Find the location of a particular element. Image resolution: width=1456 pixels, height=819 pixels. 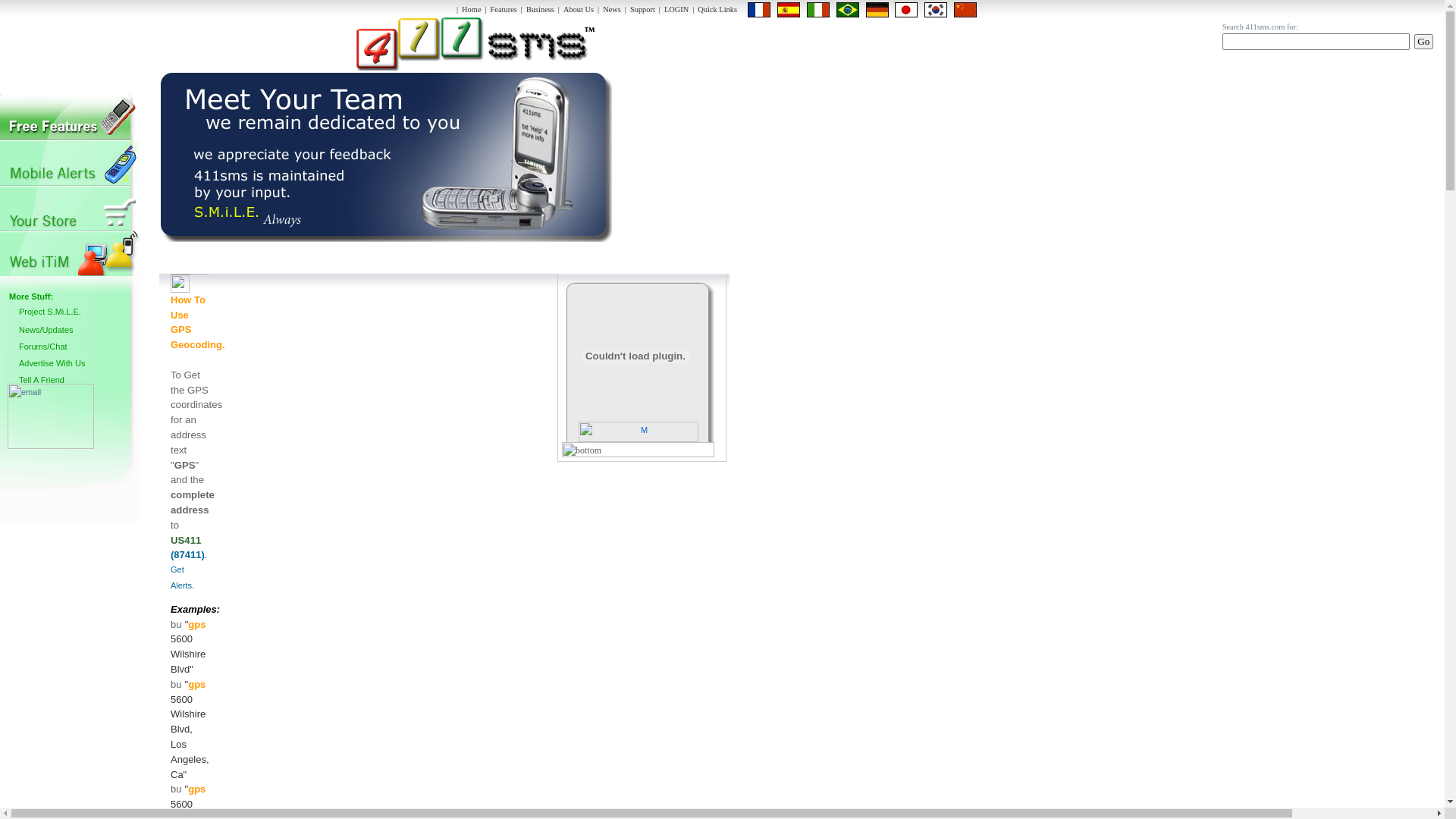

'Features' is located at coordinates (504, 8).